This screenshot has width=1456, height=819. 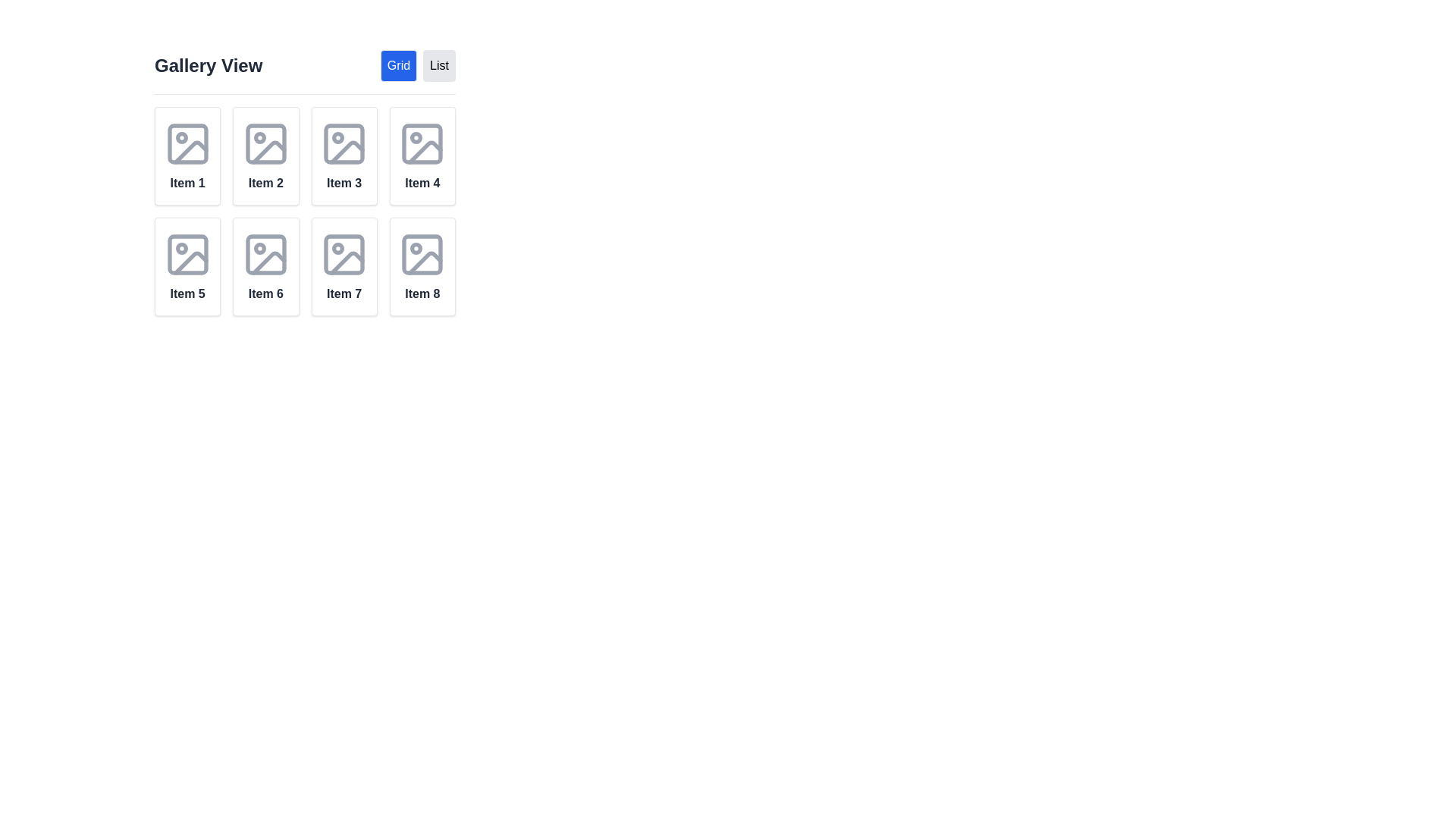 I want to click on the Card Widget that is the first of eight similar cards in the grid layout, which contains an image placeholder icon and is labeled 'Item 1' underneath, so click(x=187, y=155).